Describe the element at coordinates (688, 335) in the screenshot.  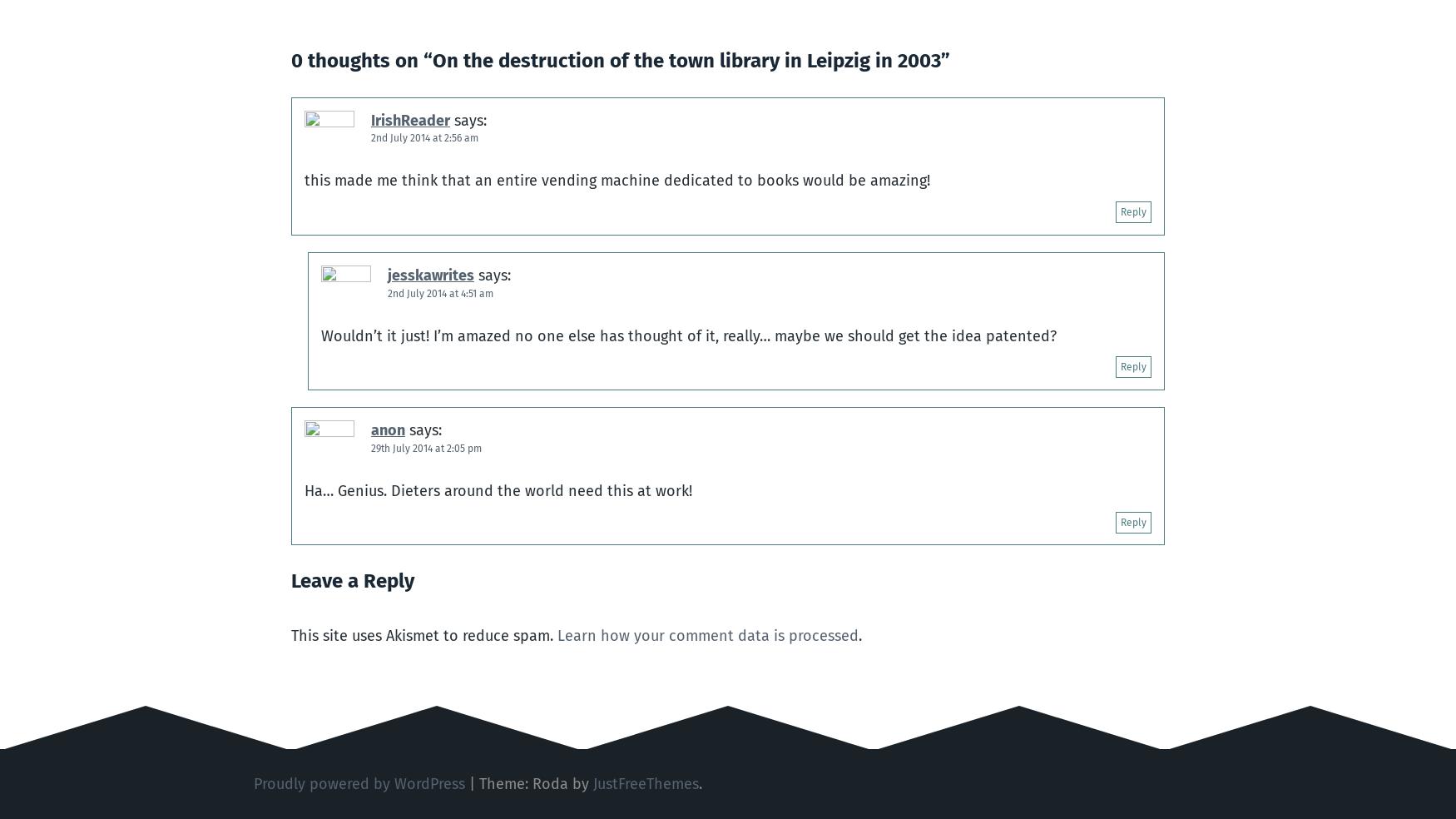
I see `'Wouldn’t it just! I’m amazed no one else has thought of it, really… maybe we should get the idea patented?'` at that location.